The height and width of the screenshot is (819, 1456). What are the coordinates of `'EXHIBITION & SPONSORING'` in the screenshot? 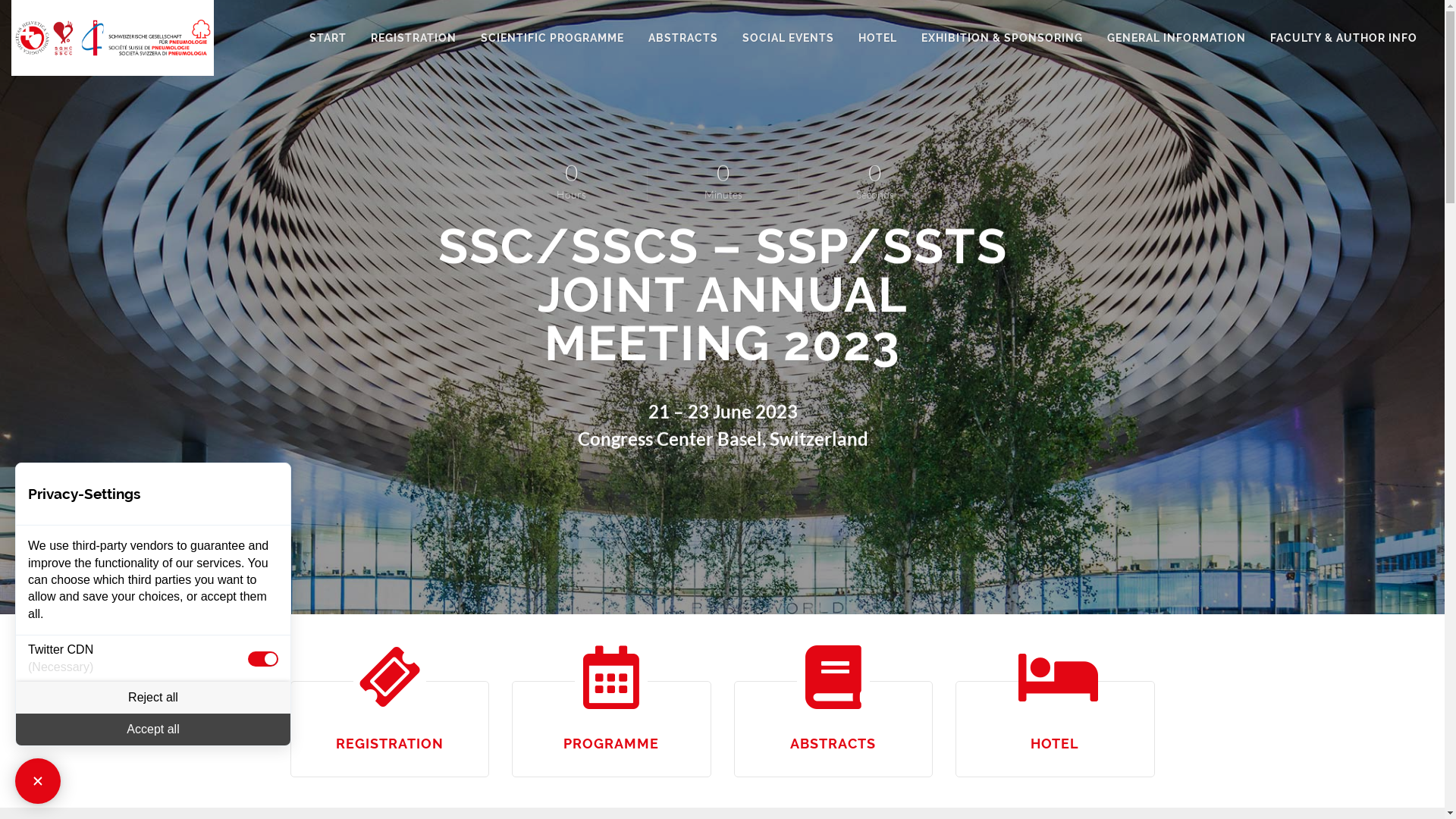 It's located at (1002, 37).